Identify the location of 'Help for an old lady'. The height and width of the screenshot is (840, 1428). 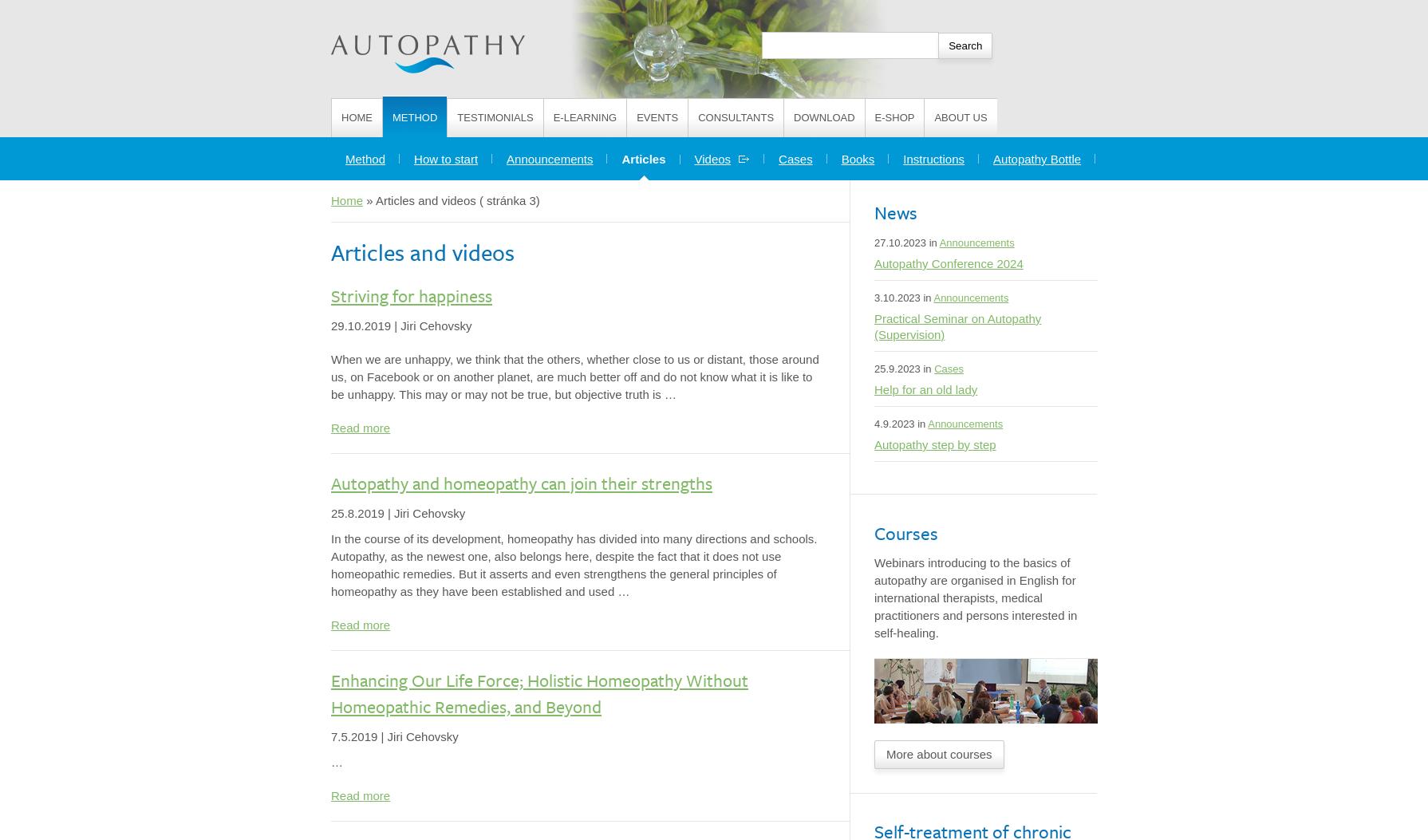
(925, 389).